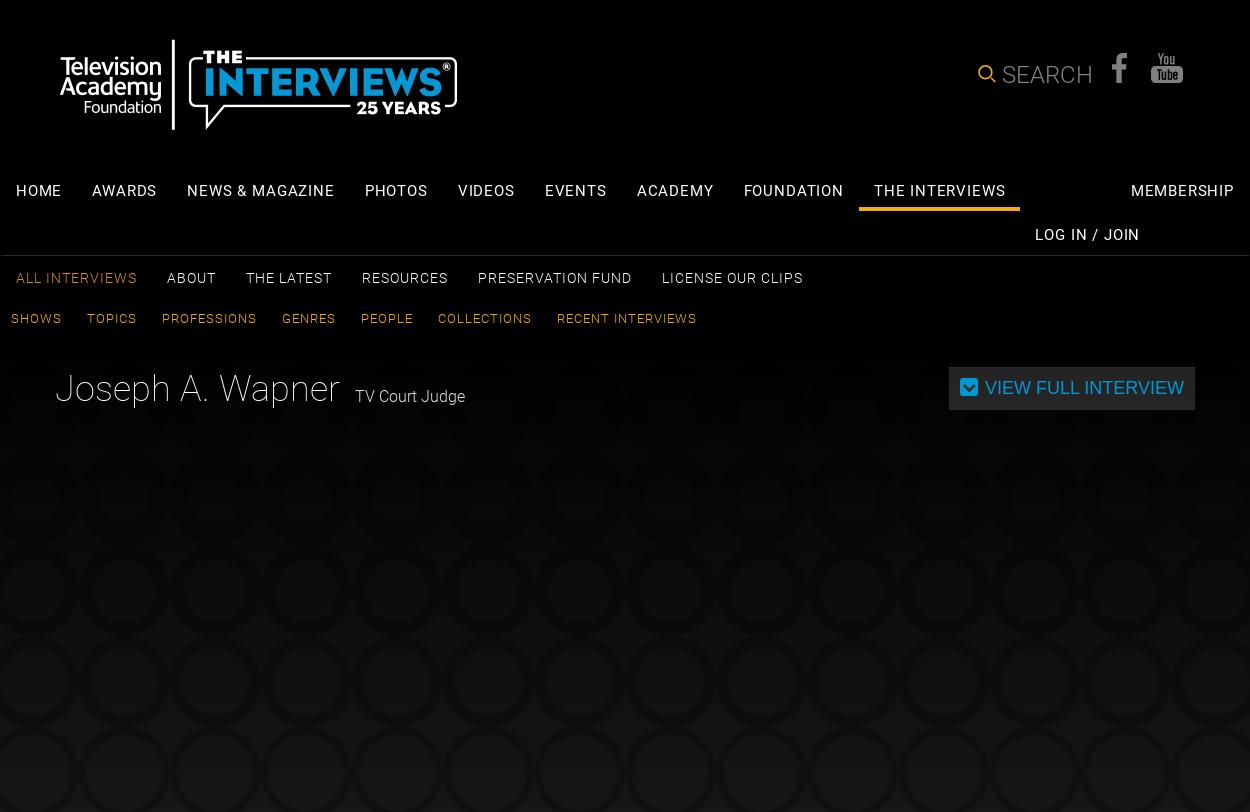 The height and width of the screenshot is (812, 1250). I want to click on 'Events', so click(574, 190).